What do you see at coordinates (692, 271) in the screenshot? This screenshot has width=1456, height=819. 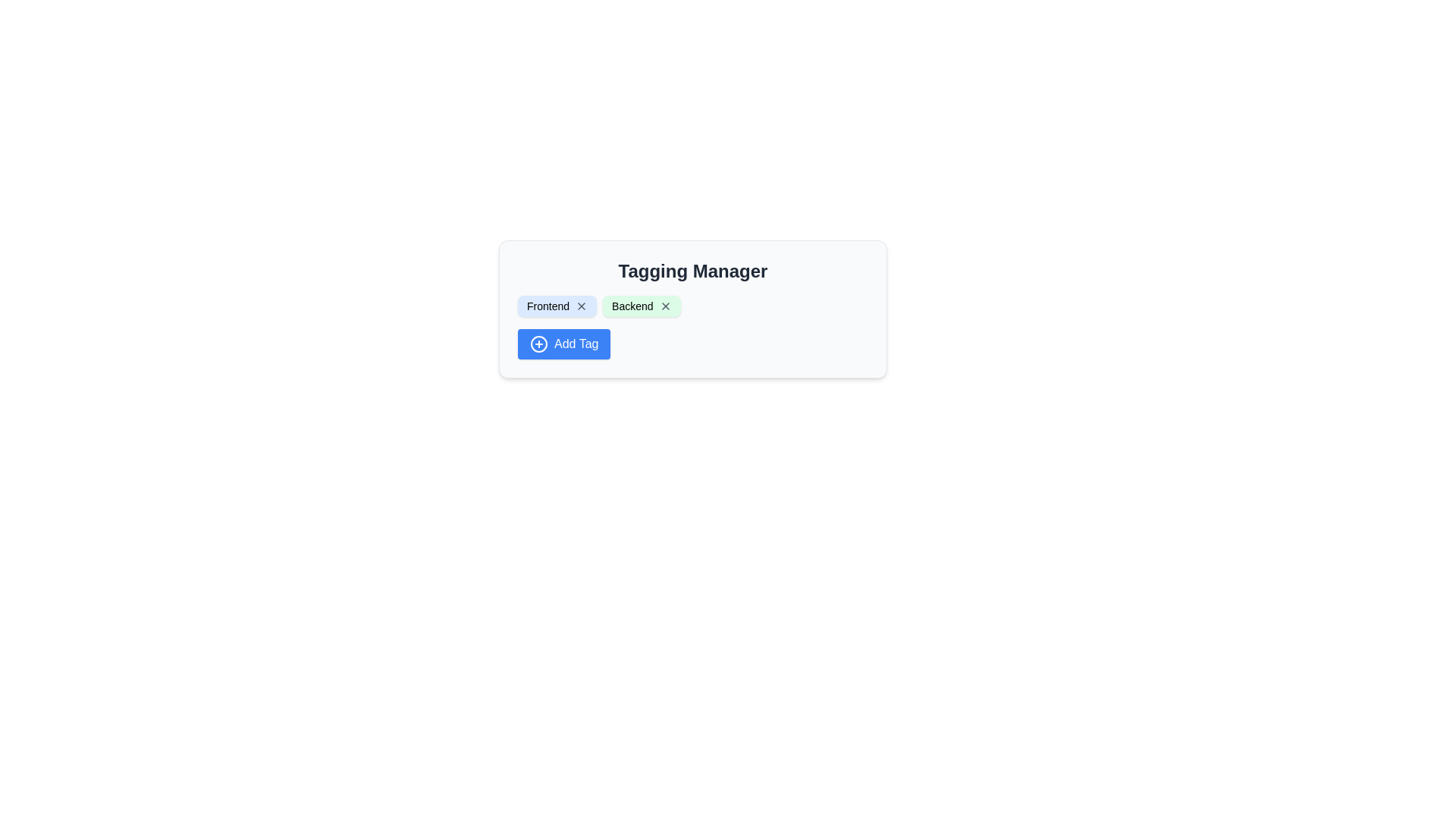 I see `the Text label indicating 'Tagging Manager', which serves as a title for the tagging functionality in the UI` at bounding box center [692, 271].